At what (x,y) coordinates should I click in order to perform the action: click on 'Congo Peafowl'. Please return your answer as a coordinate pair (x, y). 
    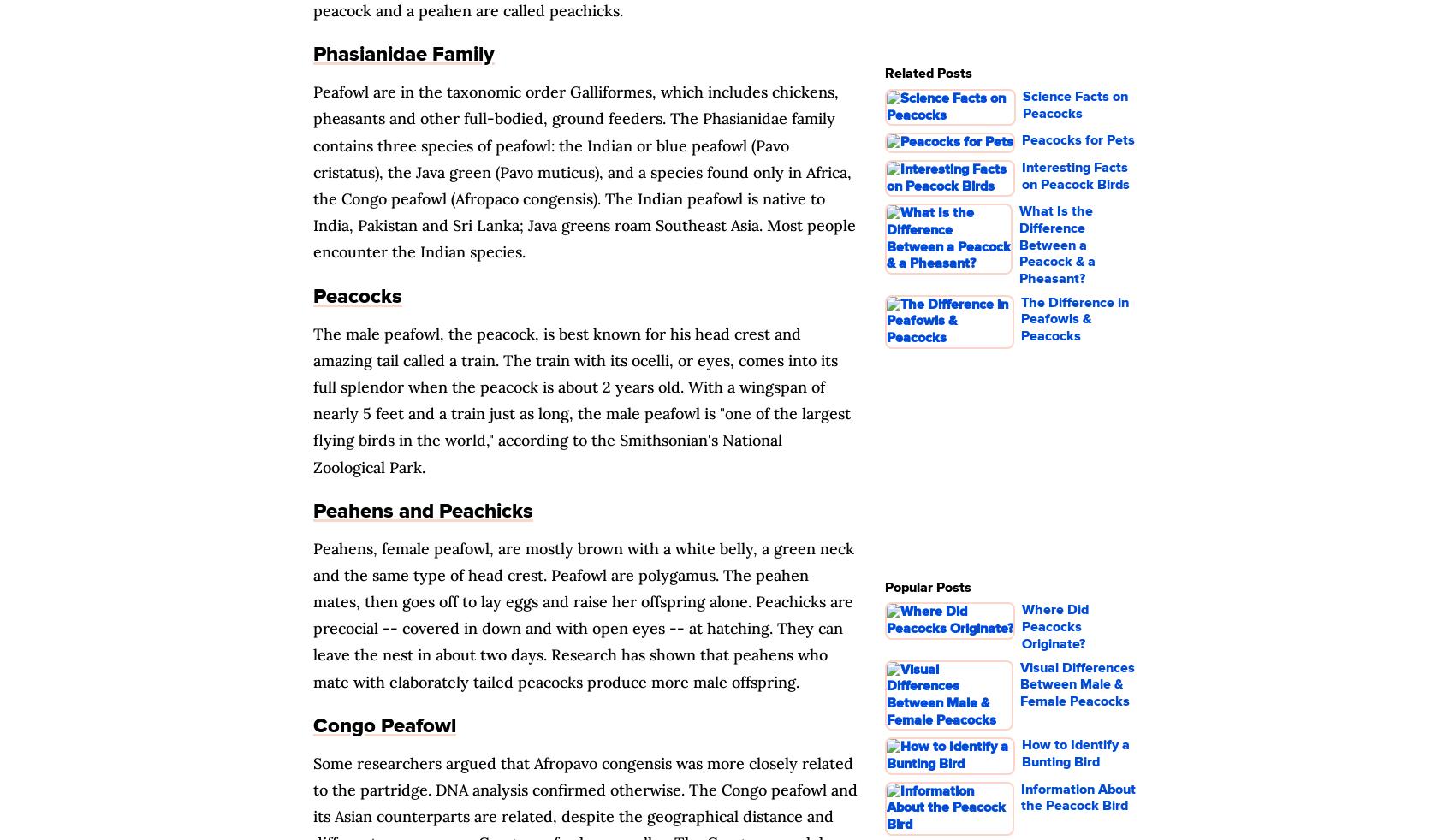
    Looking at the image, I should click on (384, 725).